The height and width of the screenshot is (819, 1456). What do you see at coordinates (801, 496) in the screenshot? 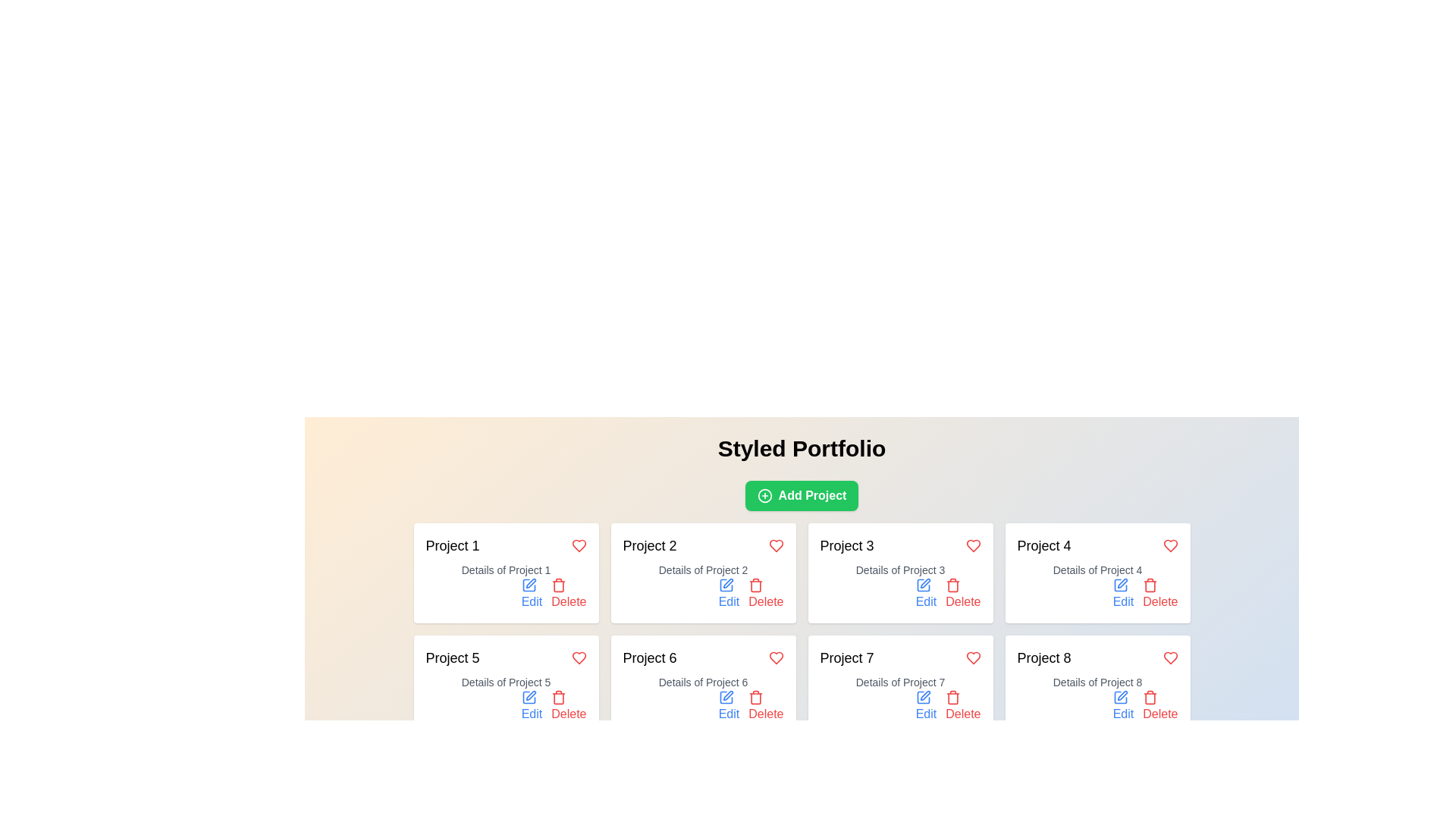
I see `the 'Add Project' button, which is a bright green rectangular button with rounded corners and a white '+' icon on the left side of the text, located below the header 'Styled Portfolio'` at bounding box center [801, 496].